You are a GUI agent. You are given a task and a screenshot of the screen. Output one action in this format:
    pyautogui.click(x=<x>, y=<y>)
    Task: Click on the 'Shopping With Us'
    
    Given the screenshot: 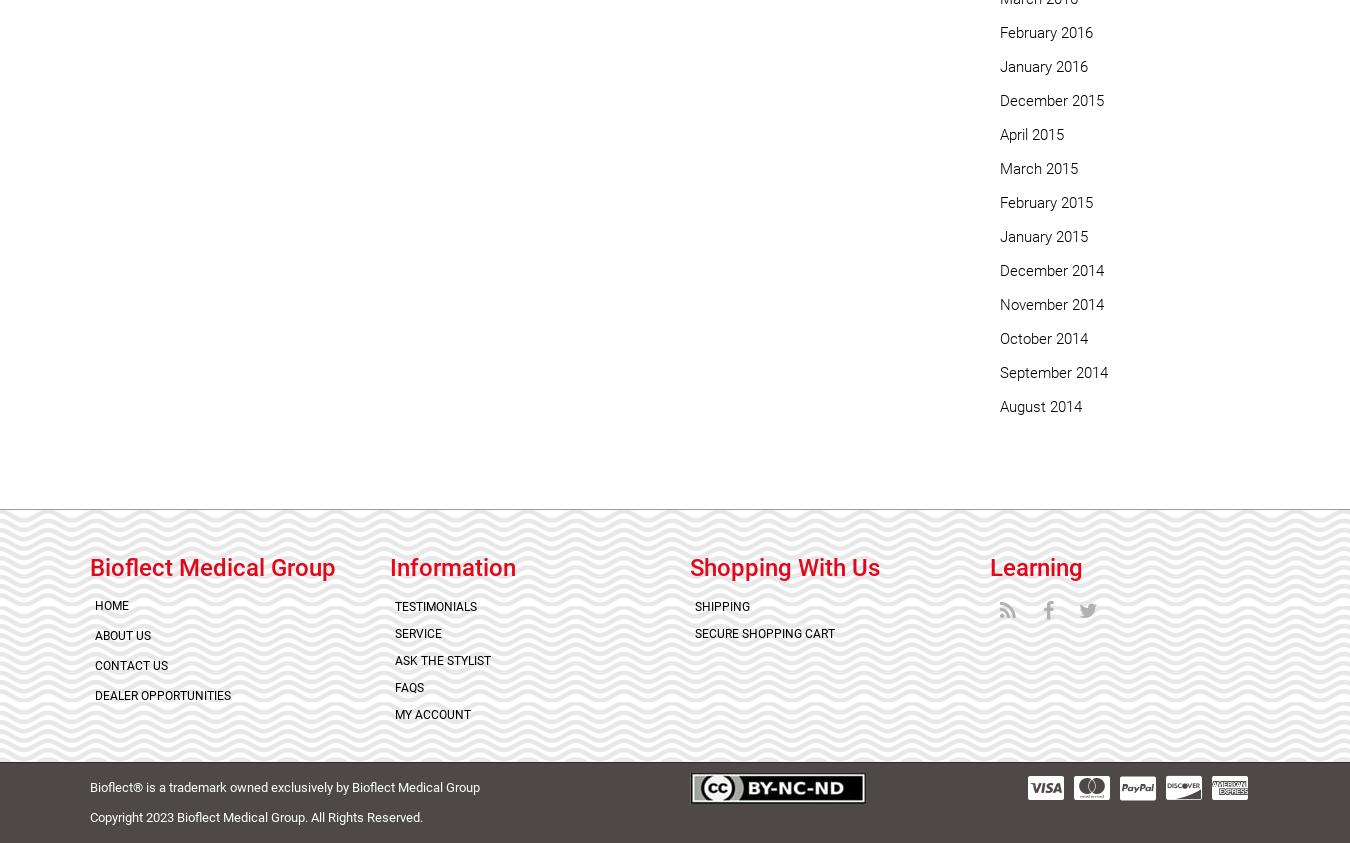 What is the action you would take?
    pyautogui.click(x=784, y=566)
    